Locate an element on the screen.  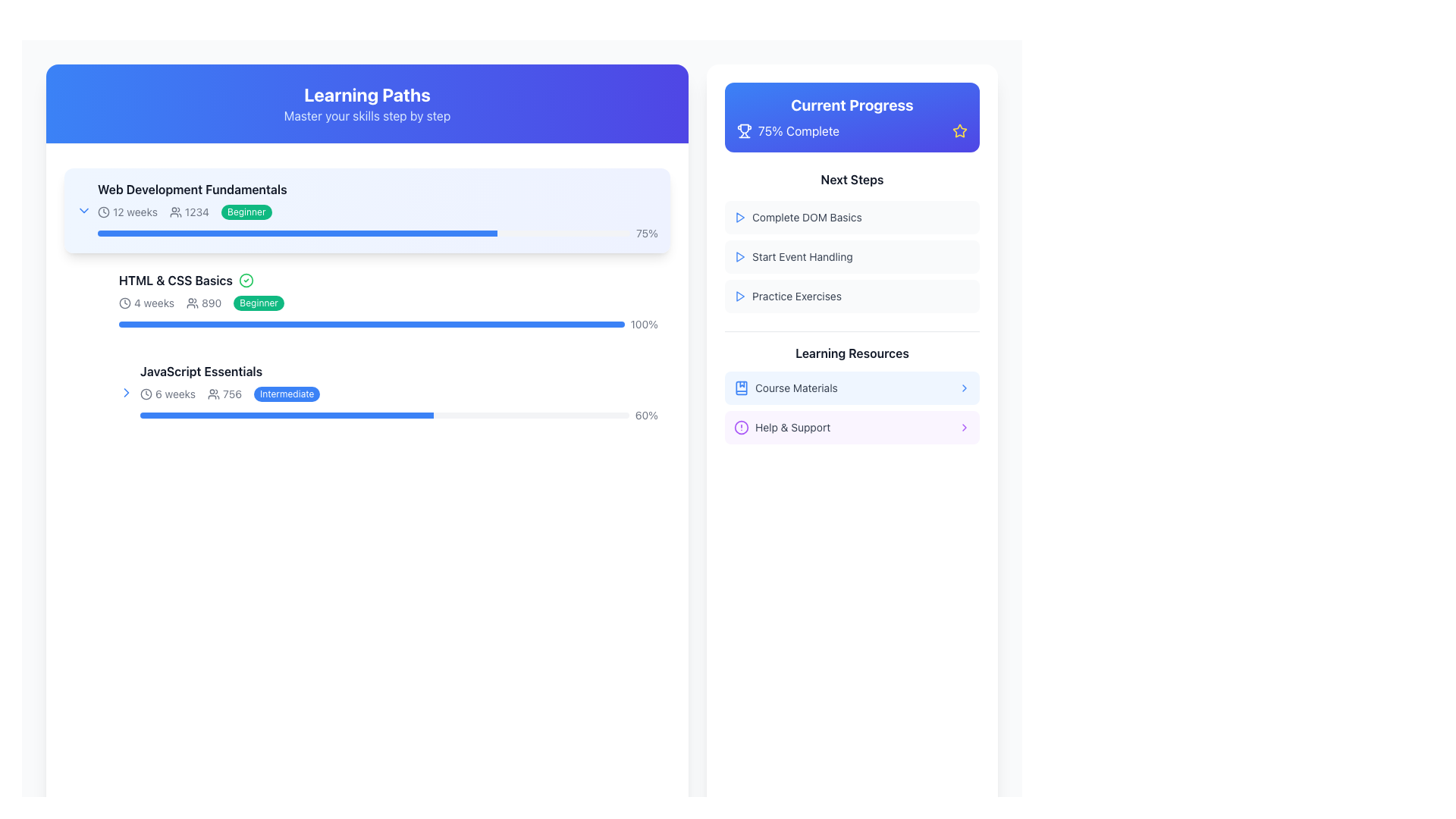
the 'JavaScript Essentials' course summary item is located at coordinates (388, 391).